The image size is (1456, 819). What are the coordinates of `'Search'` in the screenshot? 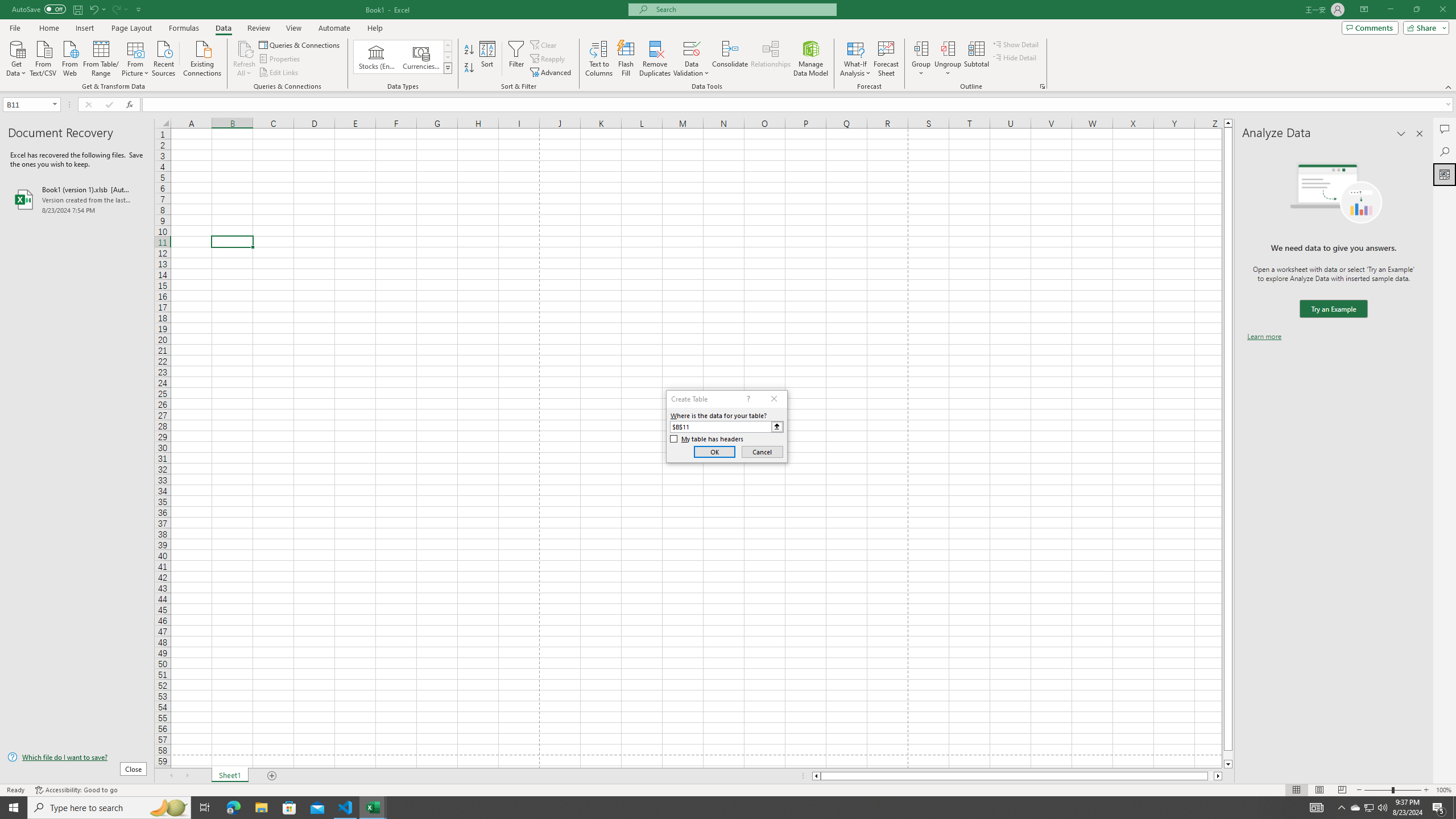 It's located at (1444, 152).